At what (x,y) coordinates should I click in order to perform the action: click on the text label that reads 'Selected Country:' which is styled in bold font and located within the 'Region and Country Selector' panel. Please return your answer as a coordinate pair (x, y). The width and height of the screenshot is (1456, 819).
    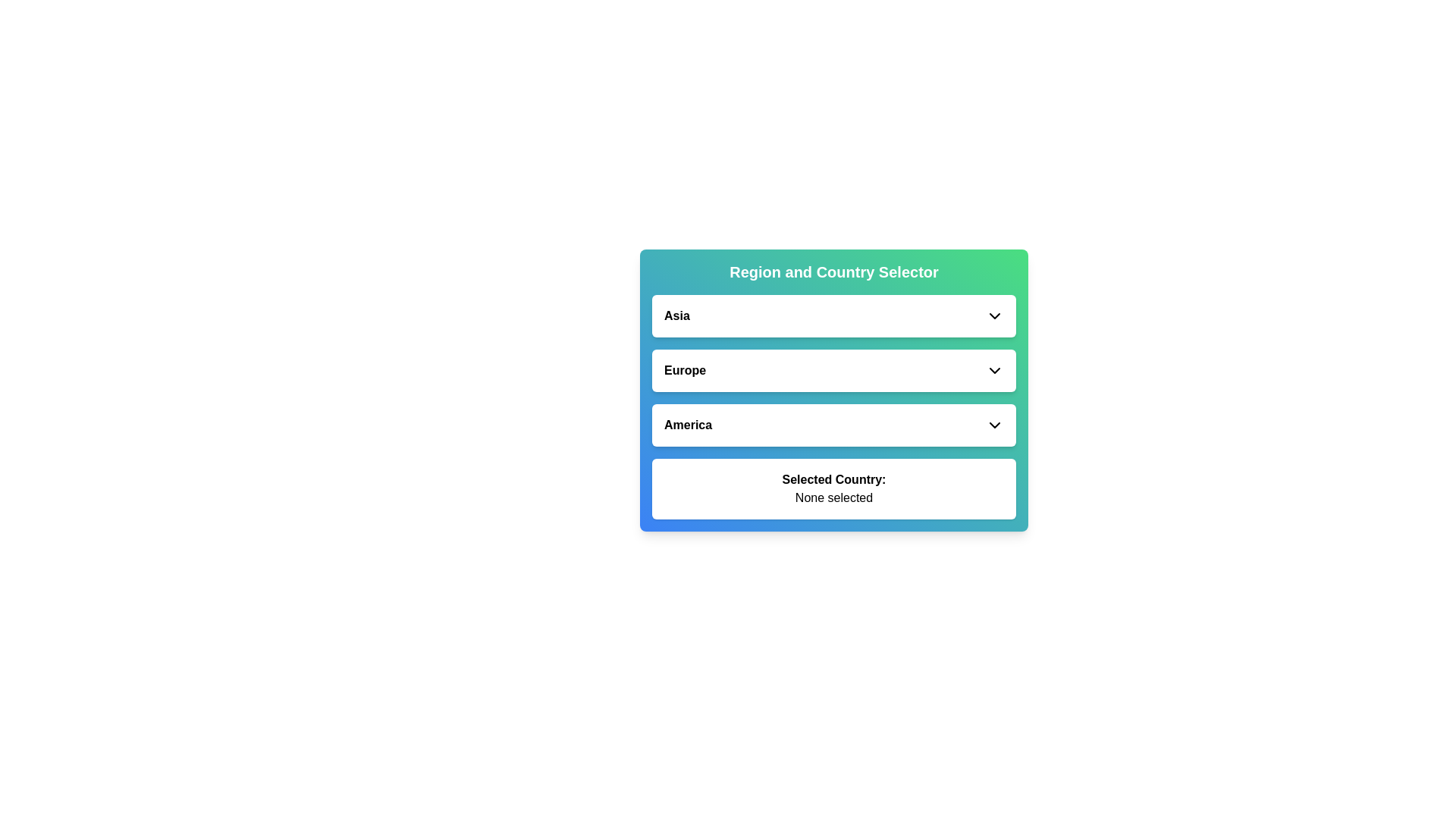
    Looking at the image, I should click on (833, 479).